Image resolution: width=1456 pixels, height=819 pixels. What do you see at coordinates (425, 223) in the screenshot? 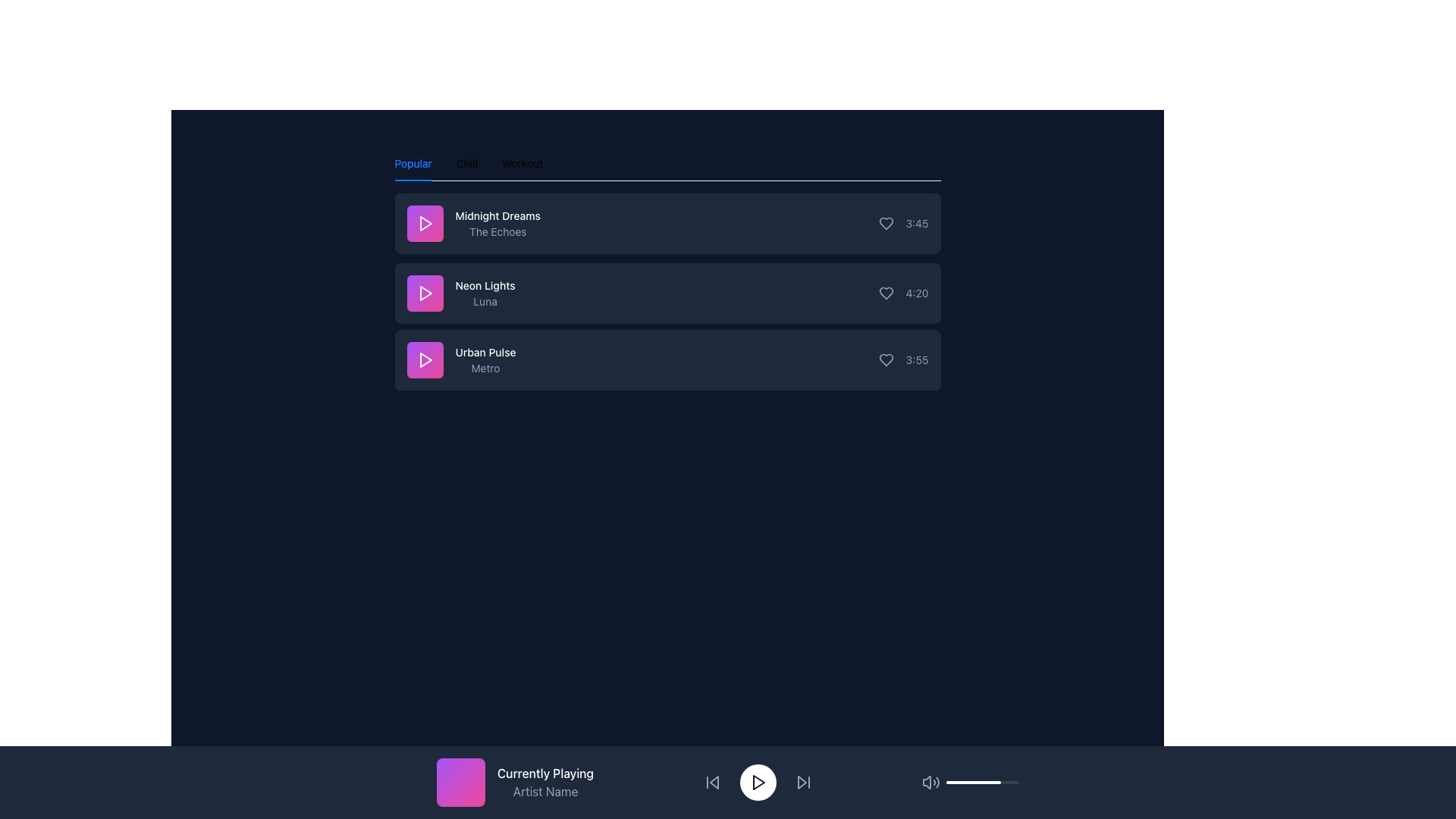
I see `the triangular play icon button located to the left of the song title 'Midnight Dreams' by 'The Echoes' in the topmost music item of the song list to play the track` at bounding box center [425, 223].